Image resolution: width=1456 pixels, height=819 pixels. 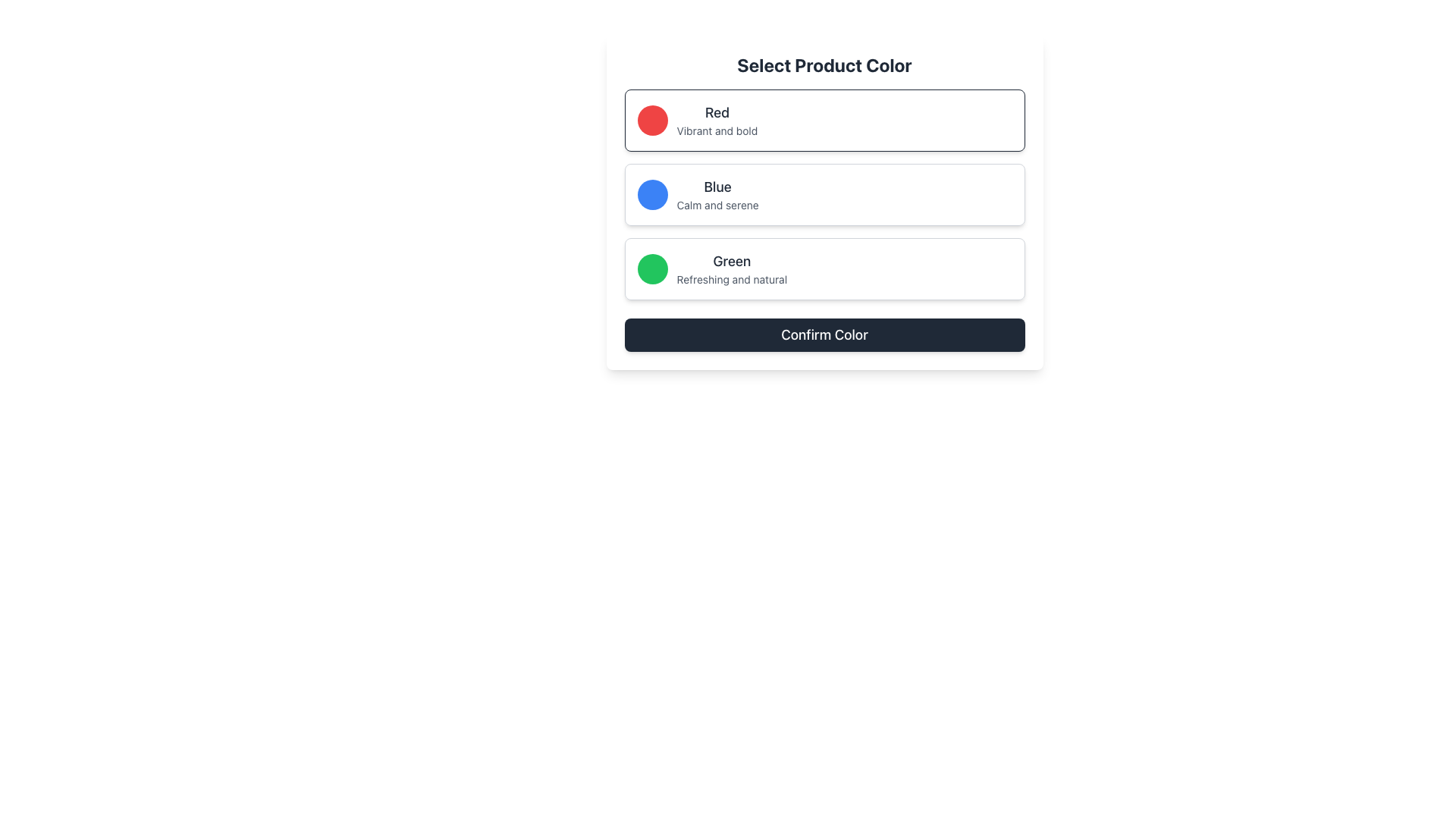 I want to click on the Text Label providing additional information for the 'Blue' color option, located beneath the 'Blue' text in the selection interface, so click(x=717, y=205).